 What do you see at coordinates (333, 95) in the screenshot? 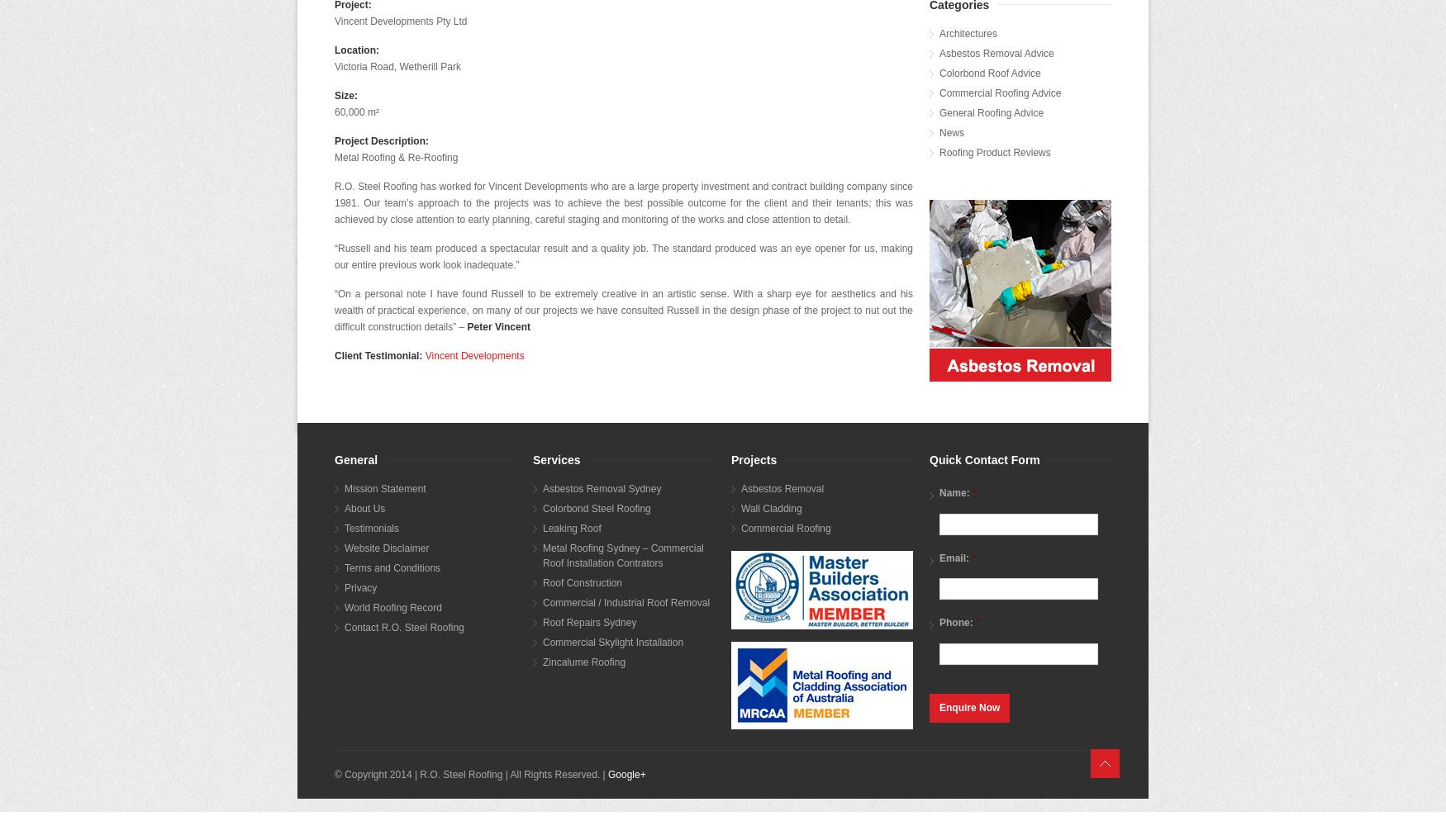
I see `'Size:'` at bounding box center [333, 95].